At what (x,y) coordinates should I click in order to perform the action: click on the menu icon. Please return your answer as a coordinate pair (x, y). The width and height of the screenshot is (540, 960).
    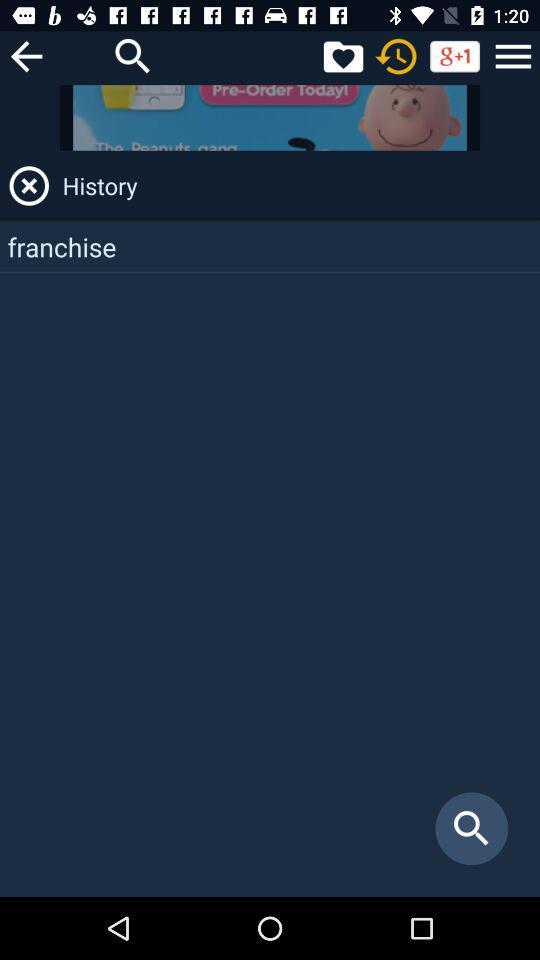
    Looking at the image, I should click on (513, 55).